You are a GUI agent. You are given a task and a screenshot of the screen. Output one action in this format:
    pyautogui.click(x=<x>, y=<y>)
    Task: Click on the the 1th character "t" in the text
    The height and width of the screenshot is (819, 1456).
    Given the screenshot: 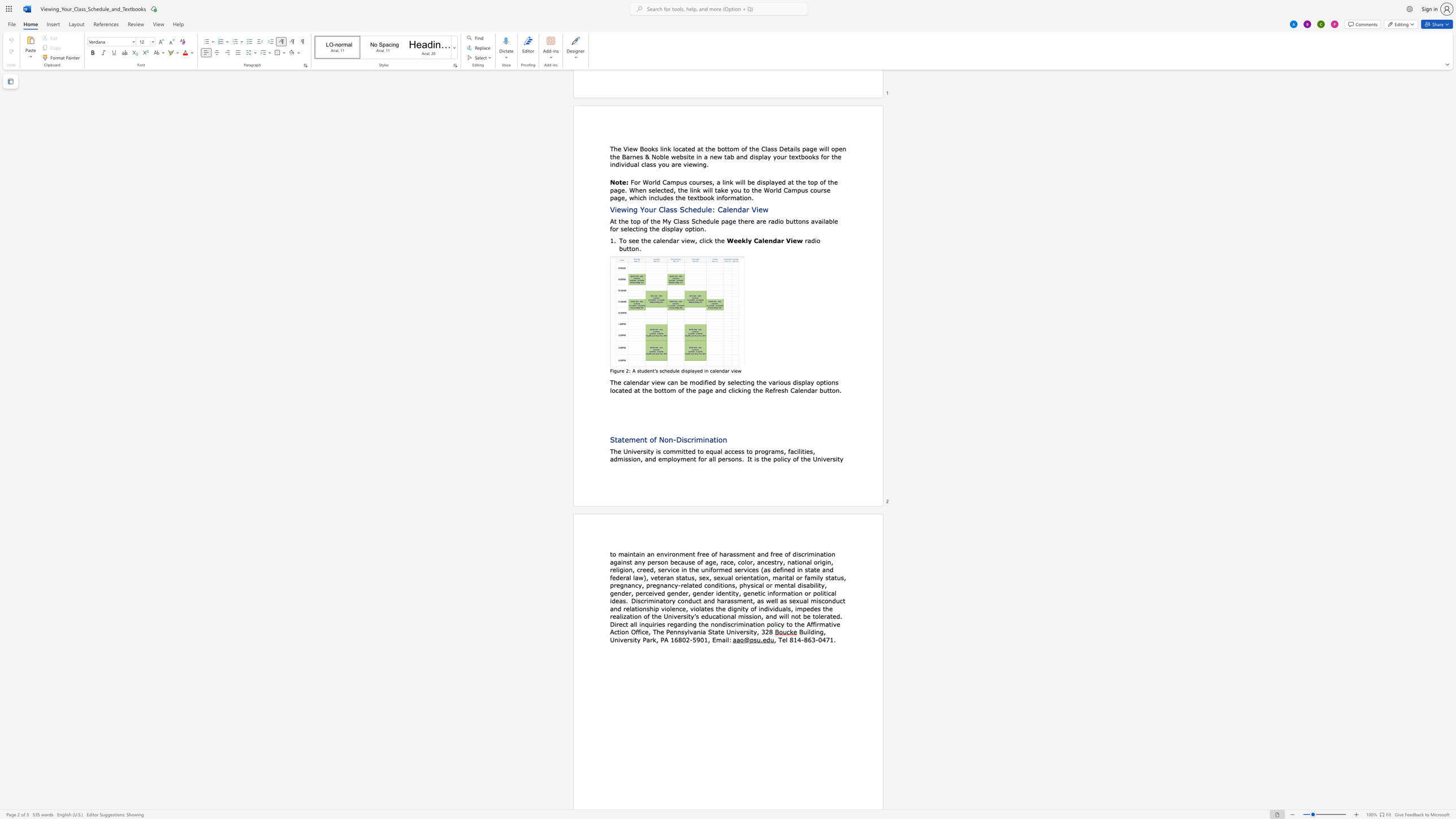 What is the action you would take?
    pyautogui.click(x=649, y=451)
    